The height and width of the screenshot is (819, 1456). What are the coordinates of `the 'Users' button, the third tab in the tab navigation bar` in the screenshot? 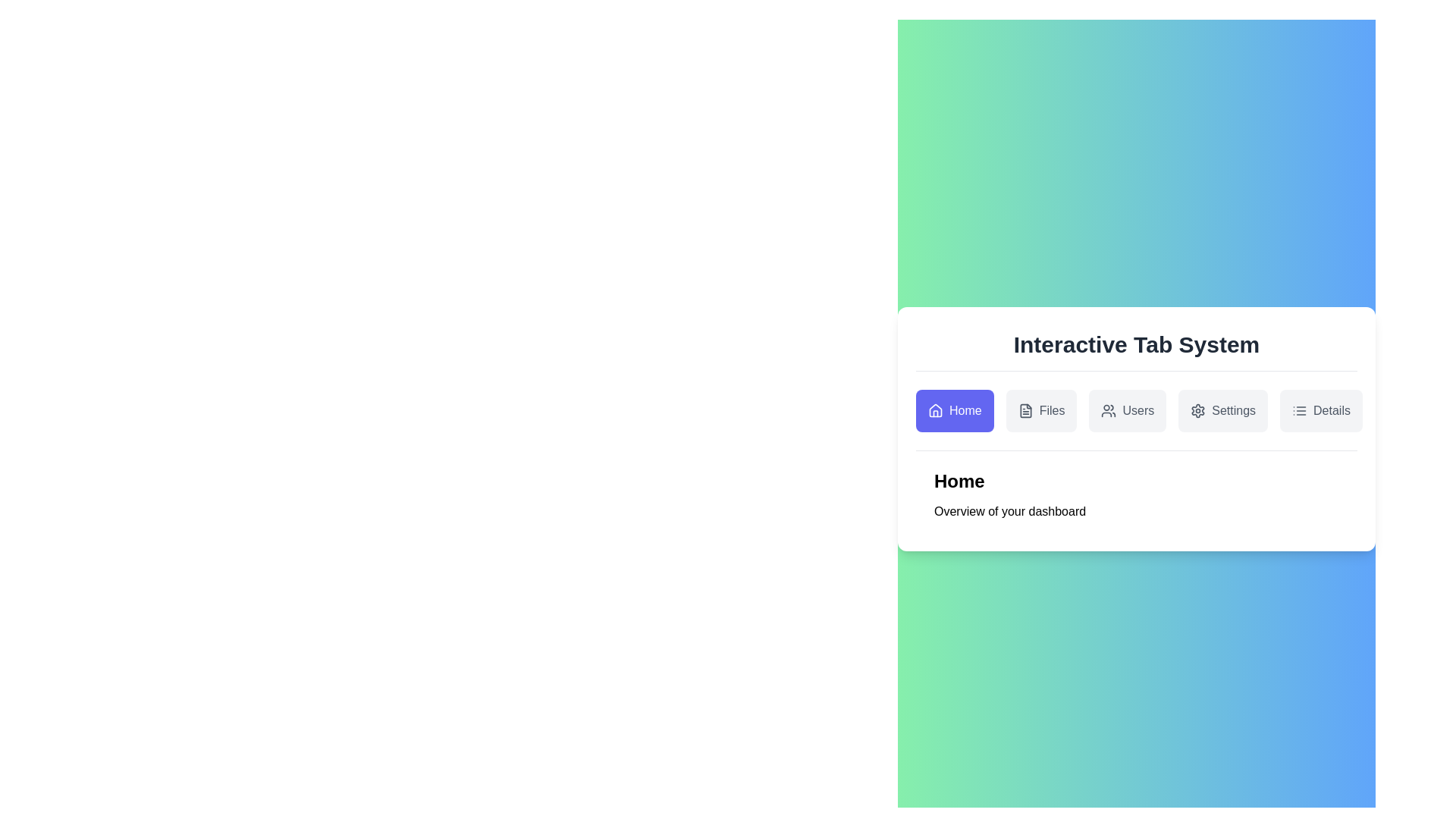 It's located at (1128, 411).